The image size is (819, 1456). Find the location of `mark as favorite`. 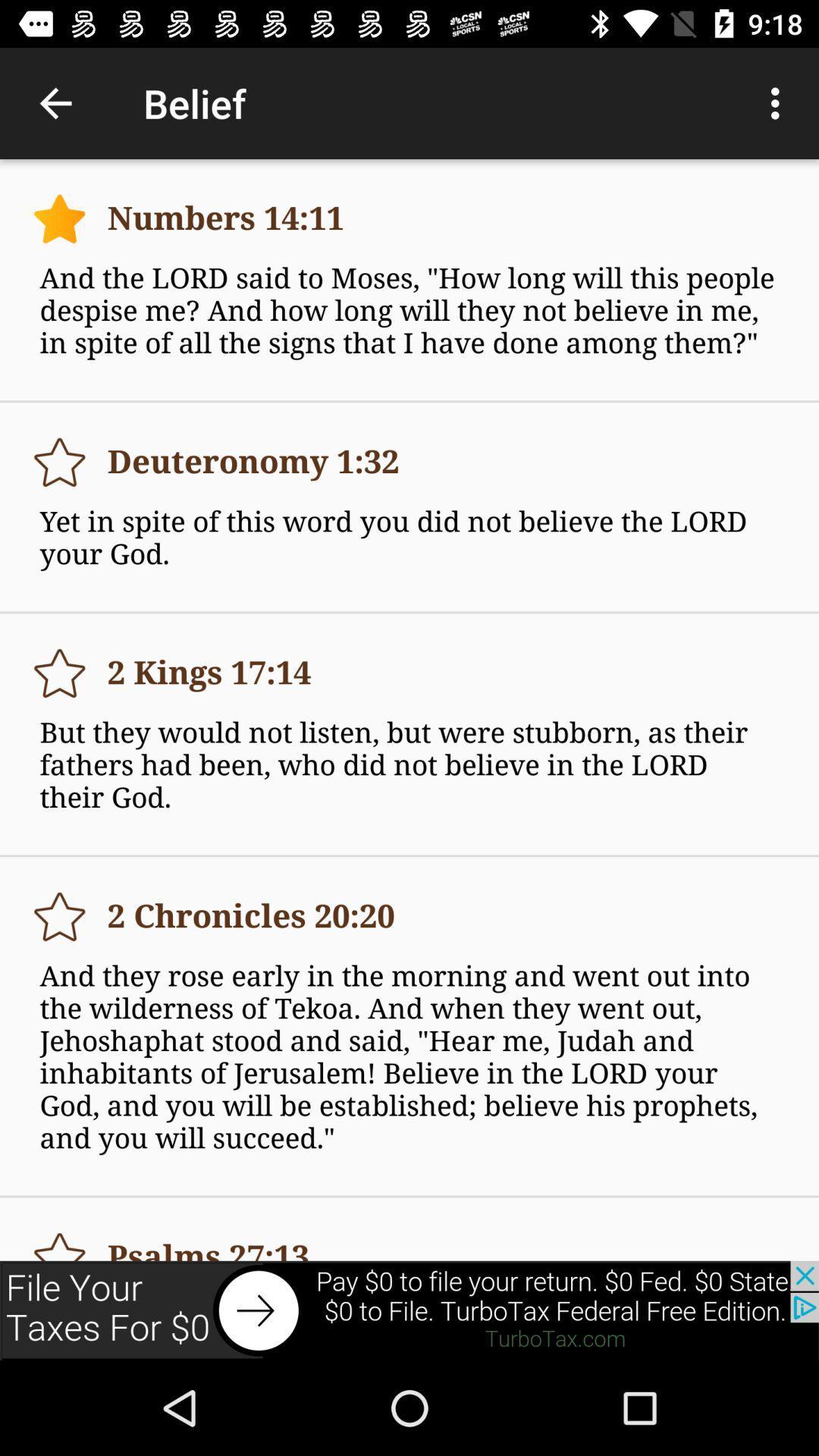

mark as favorite is located at coordinates (58, 461).